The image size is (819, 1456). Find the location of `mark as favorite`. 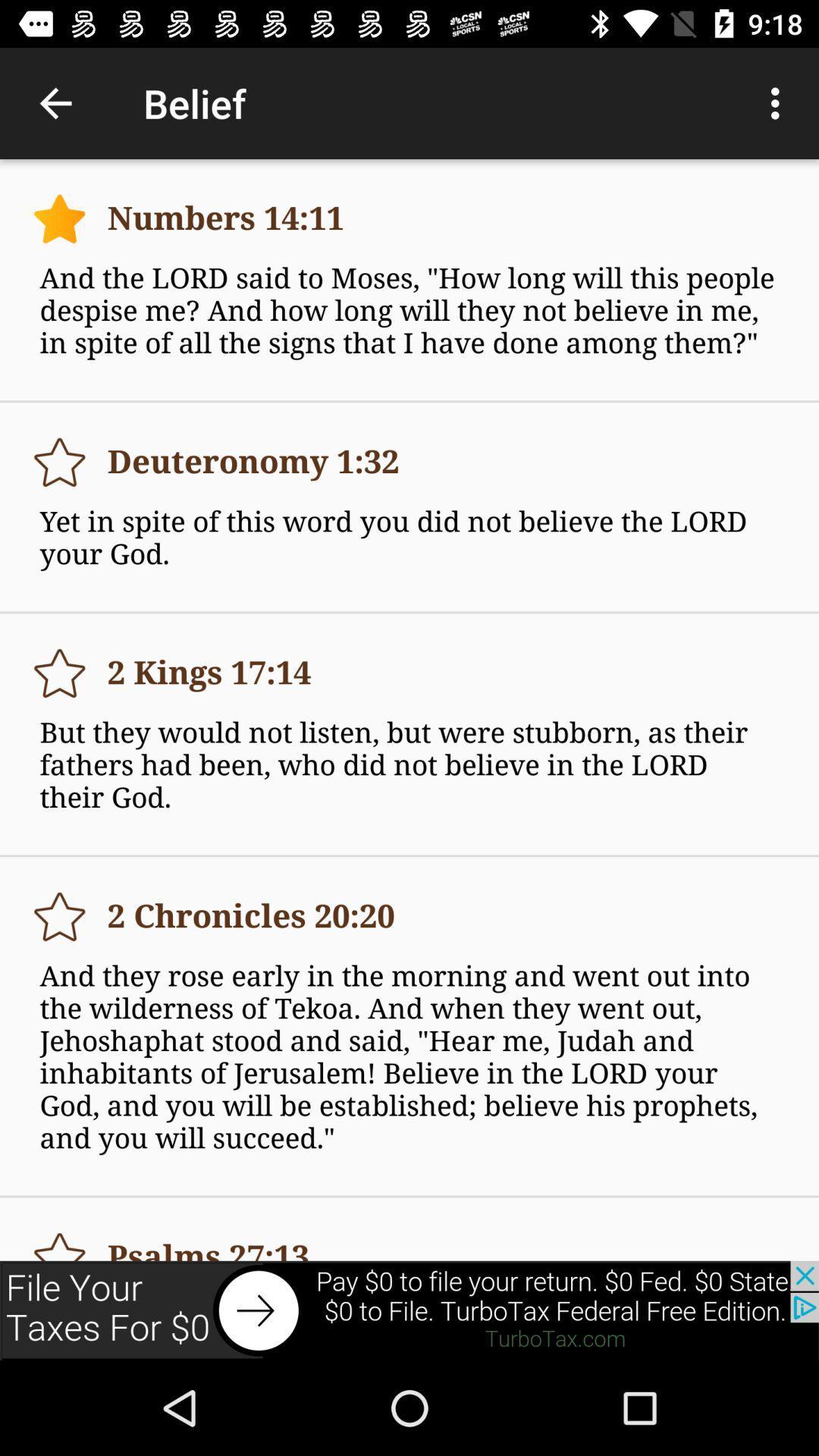

mark as favorite is located at coordinates (58, 461).